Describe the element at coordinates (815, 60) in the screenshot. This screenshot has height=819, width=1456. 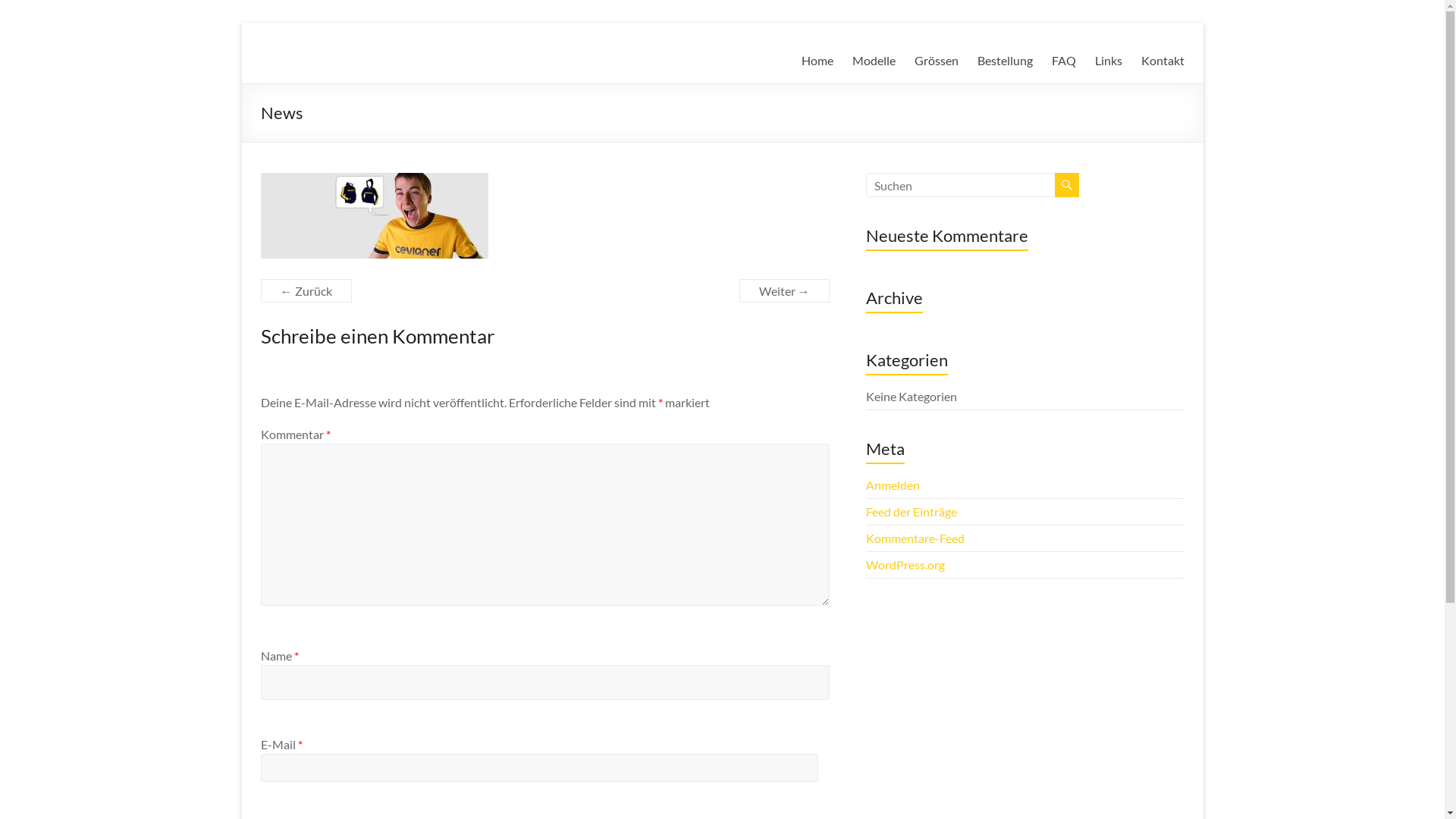
I see `'Home'` at that location.